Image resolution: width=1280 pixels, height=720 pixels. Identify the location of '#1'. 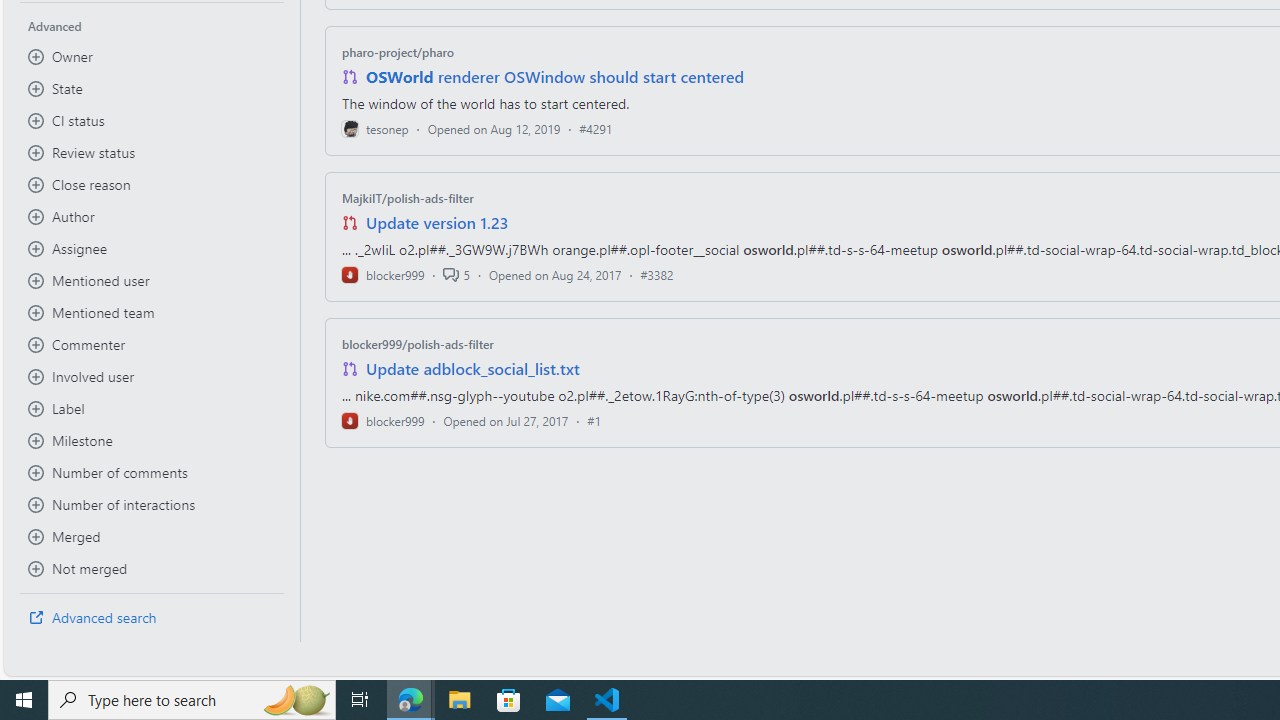
(593, 419).